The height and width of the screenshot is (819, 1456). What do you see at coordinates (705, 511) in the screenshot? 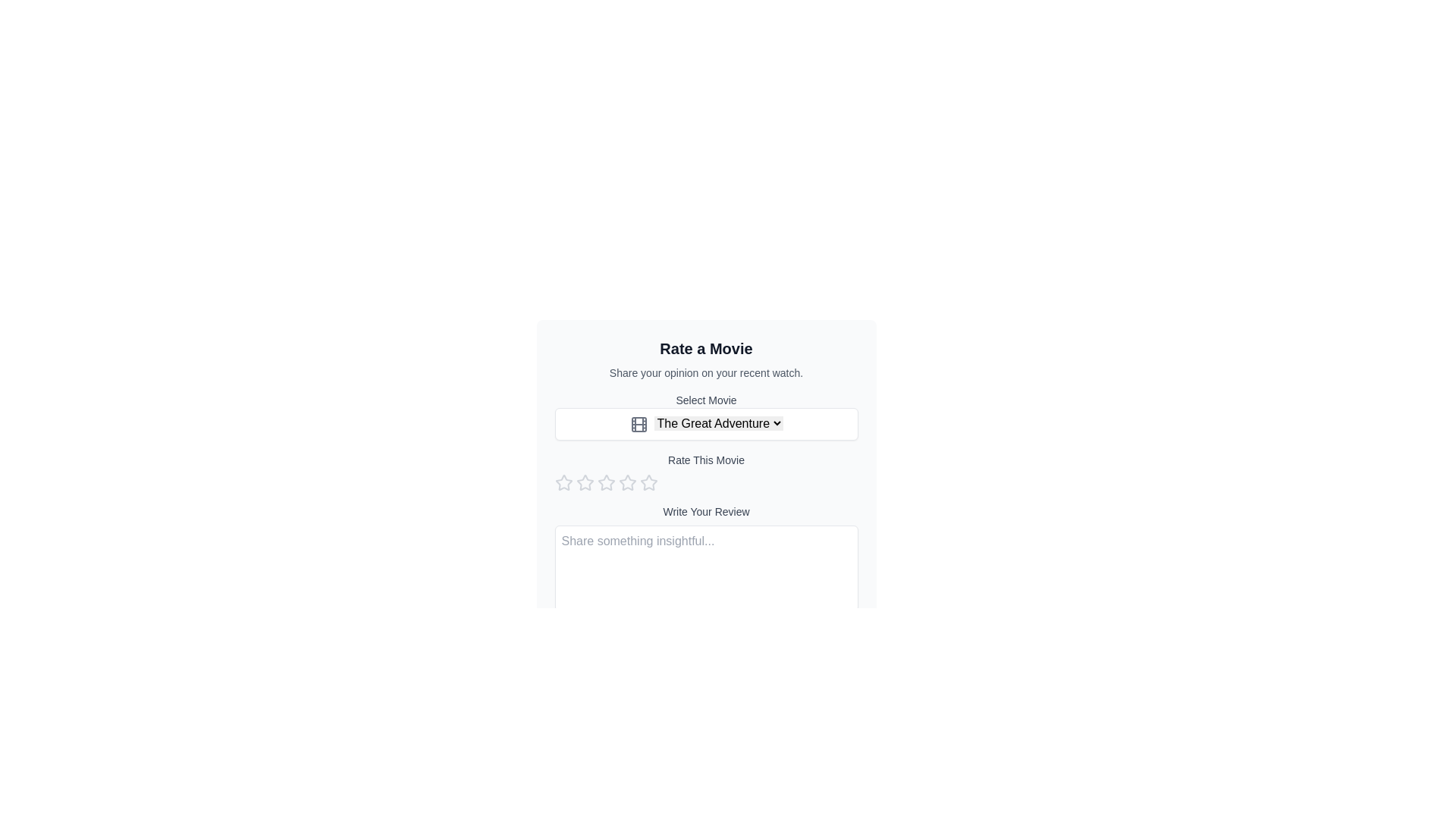
I see `the 'Write Your Review' text label, which is styled in gray and located below the star icons and above the multi-line input box` at bounding box center [705, 511].